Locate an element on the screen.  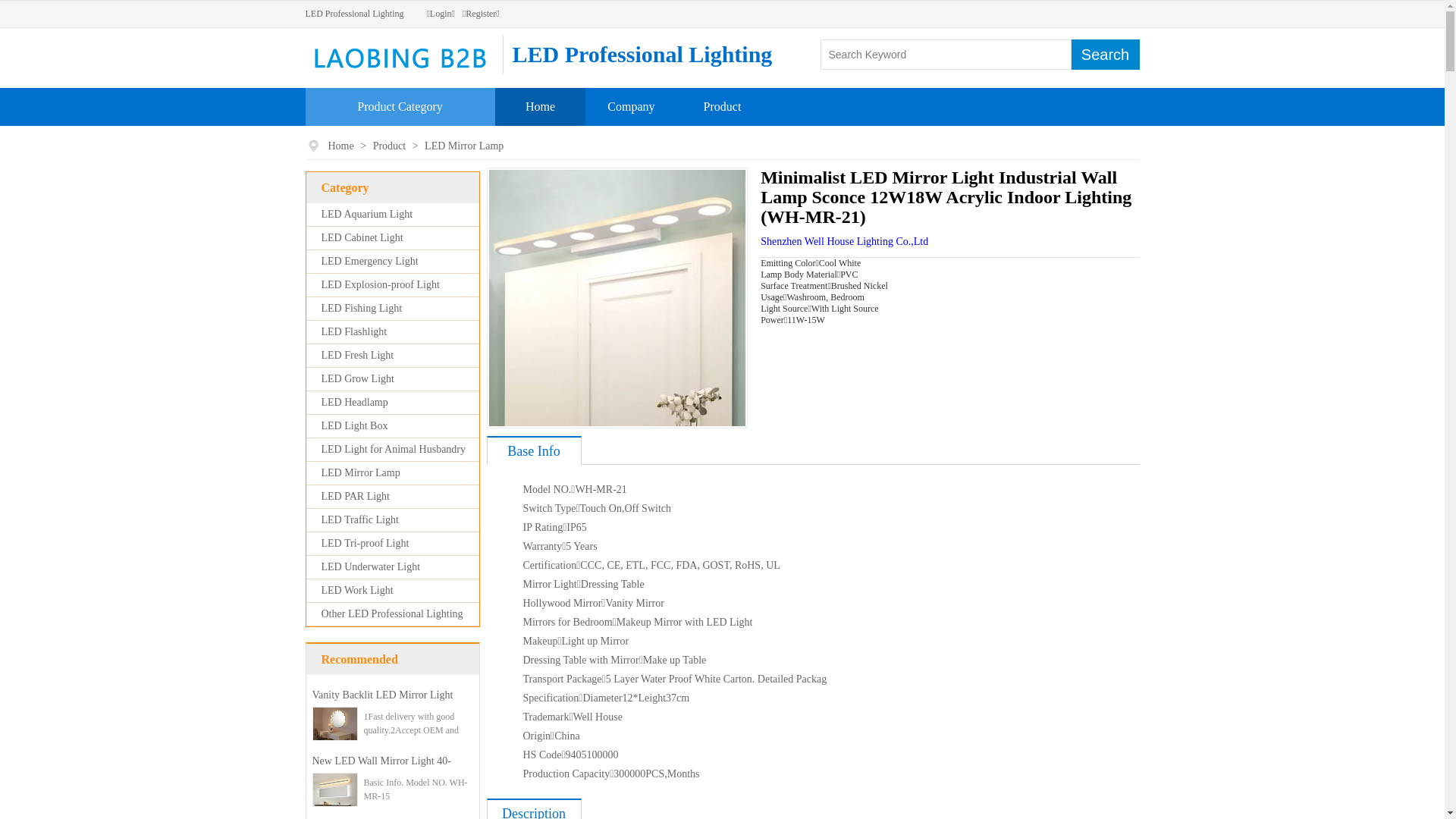
'LED Tri-proof Light' is located at coordinates (320, 542).